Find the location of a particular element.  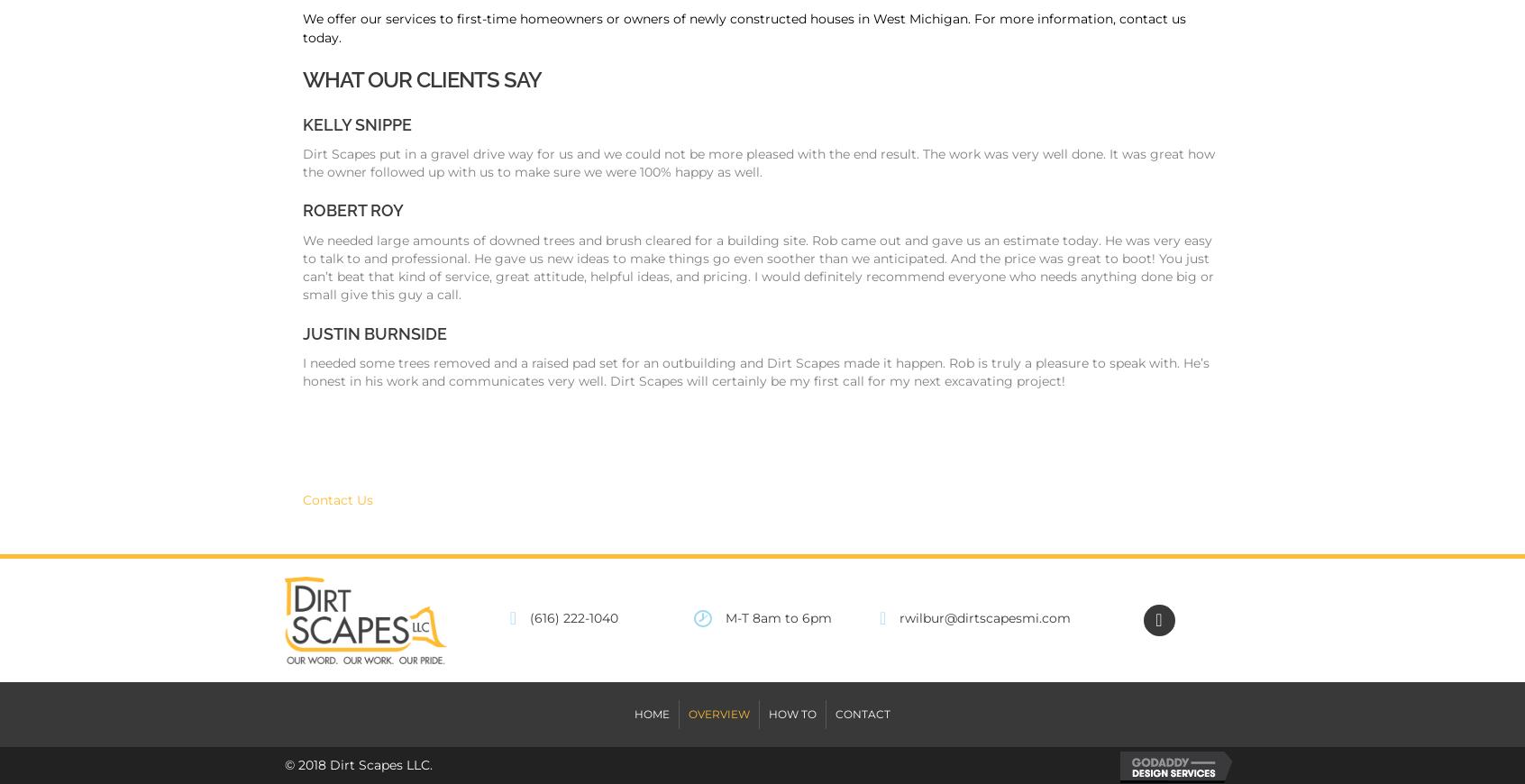

'M-T 8am to 6pm' is located at coordinates (725, 617).